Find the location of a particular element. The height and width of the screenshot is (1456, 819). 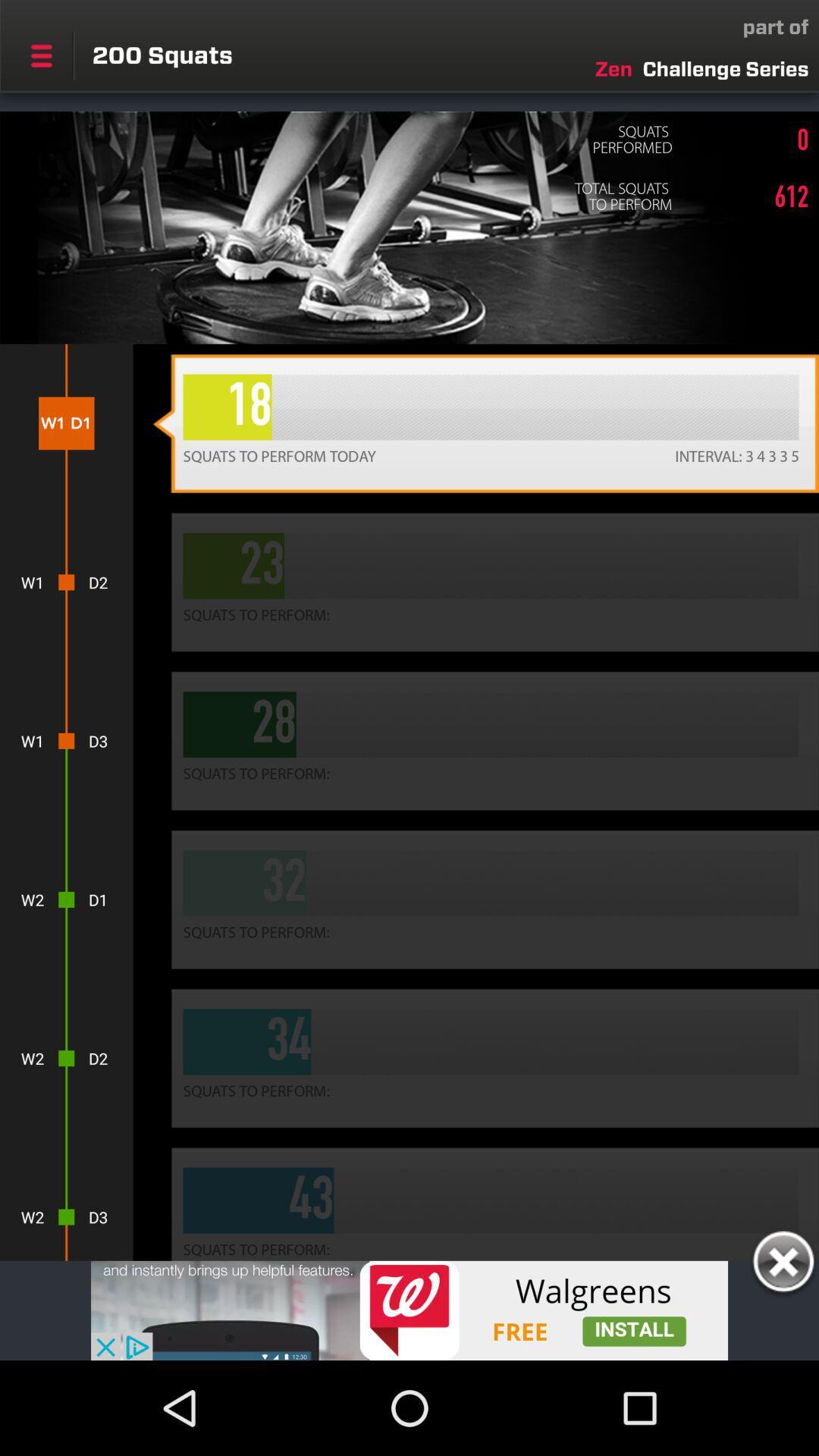

menu is located at coordinates (40, 55).